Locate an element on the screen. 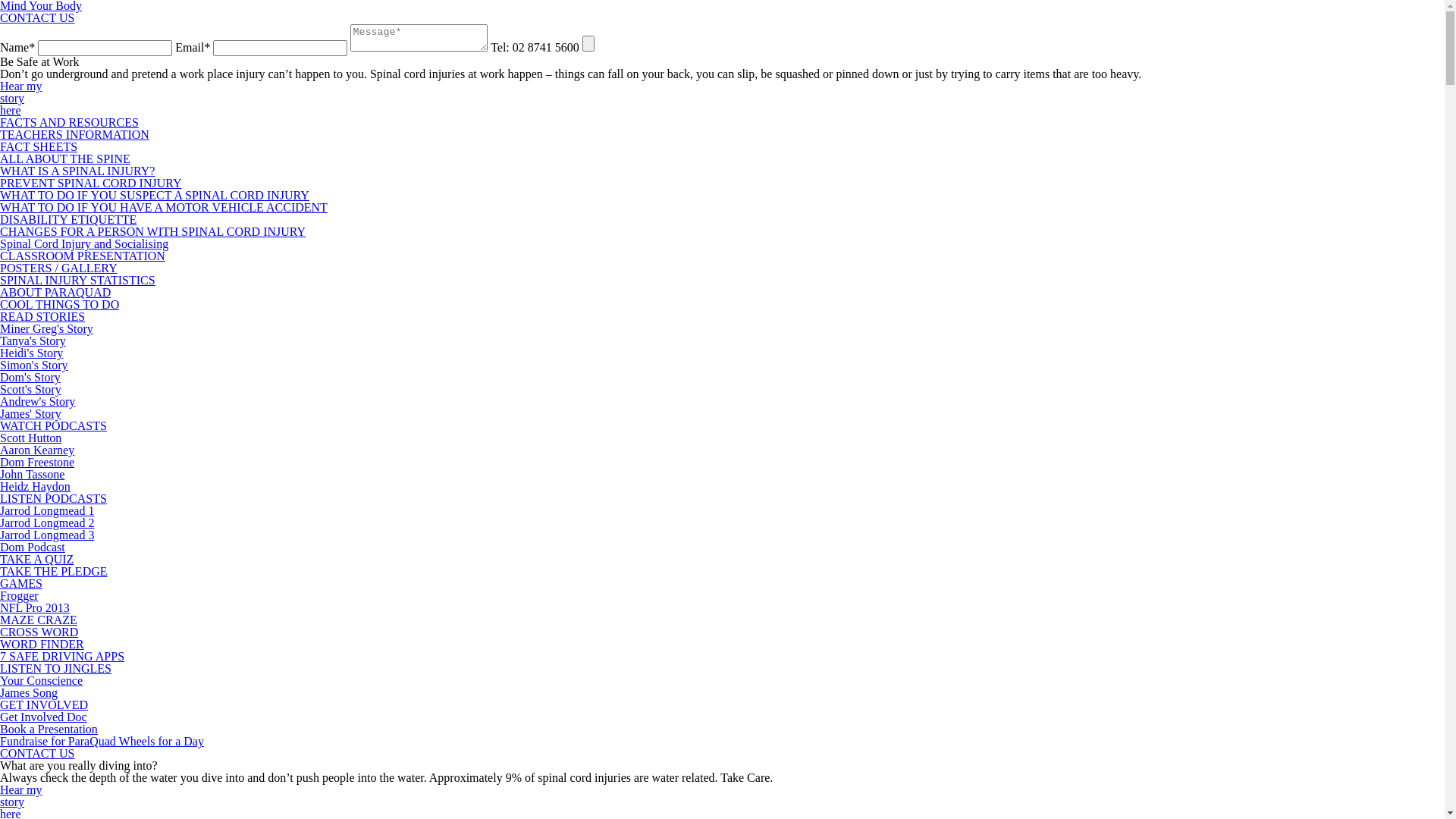 The image size is (1456, 819). 'GET INVOLVED' is located at coordinates (0, 704).